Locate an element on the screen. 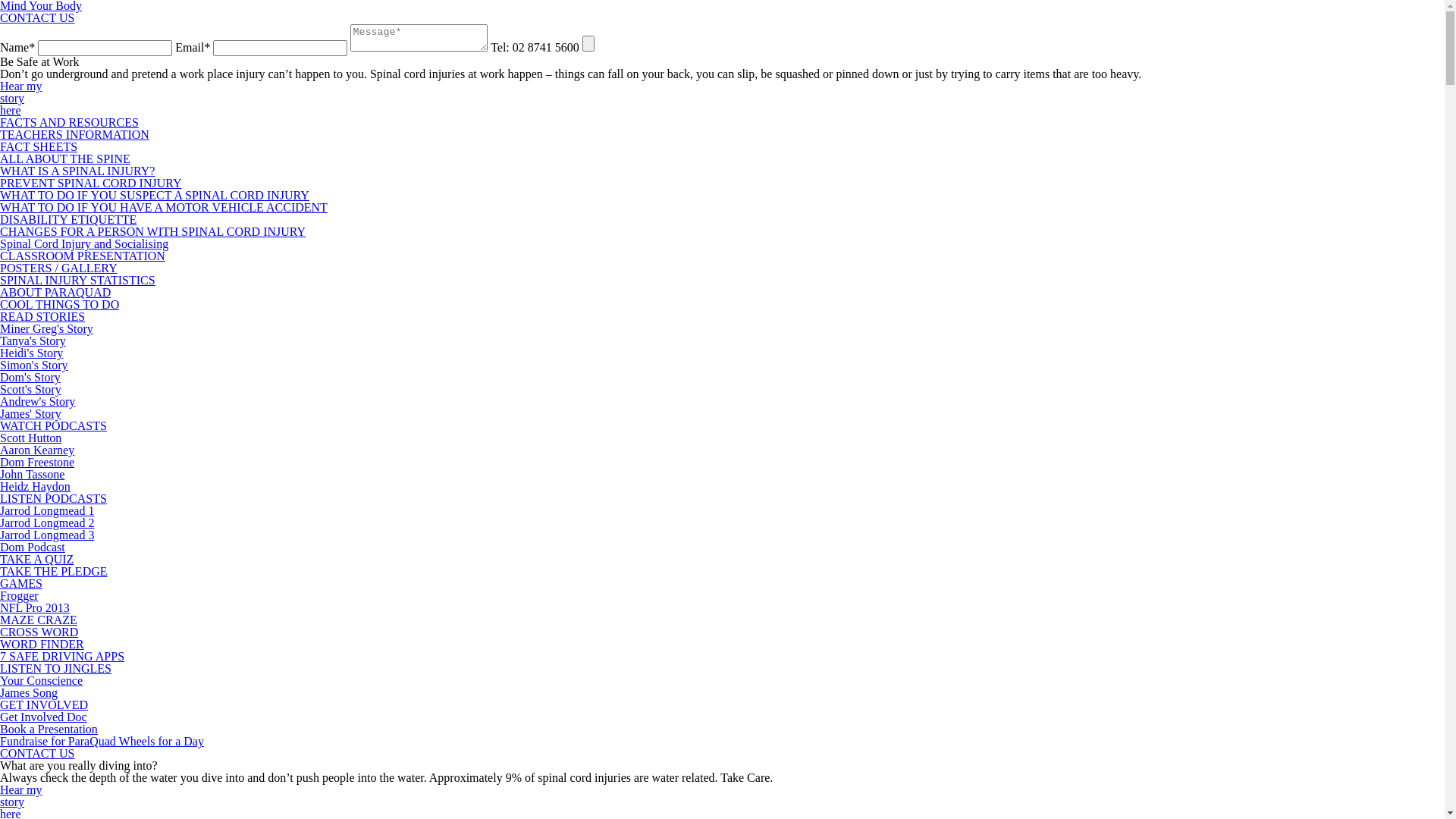 The image size is (1456, 819). 'GET INVOLVED' is located at coordinates (0, 704).